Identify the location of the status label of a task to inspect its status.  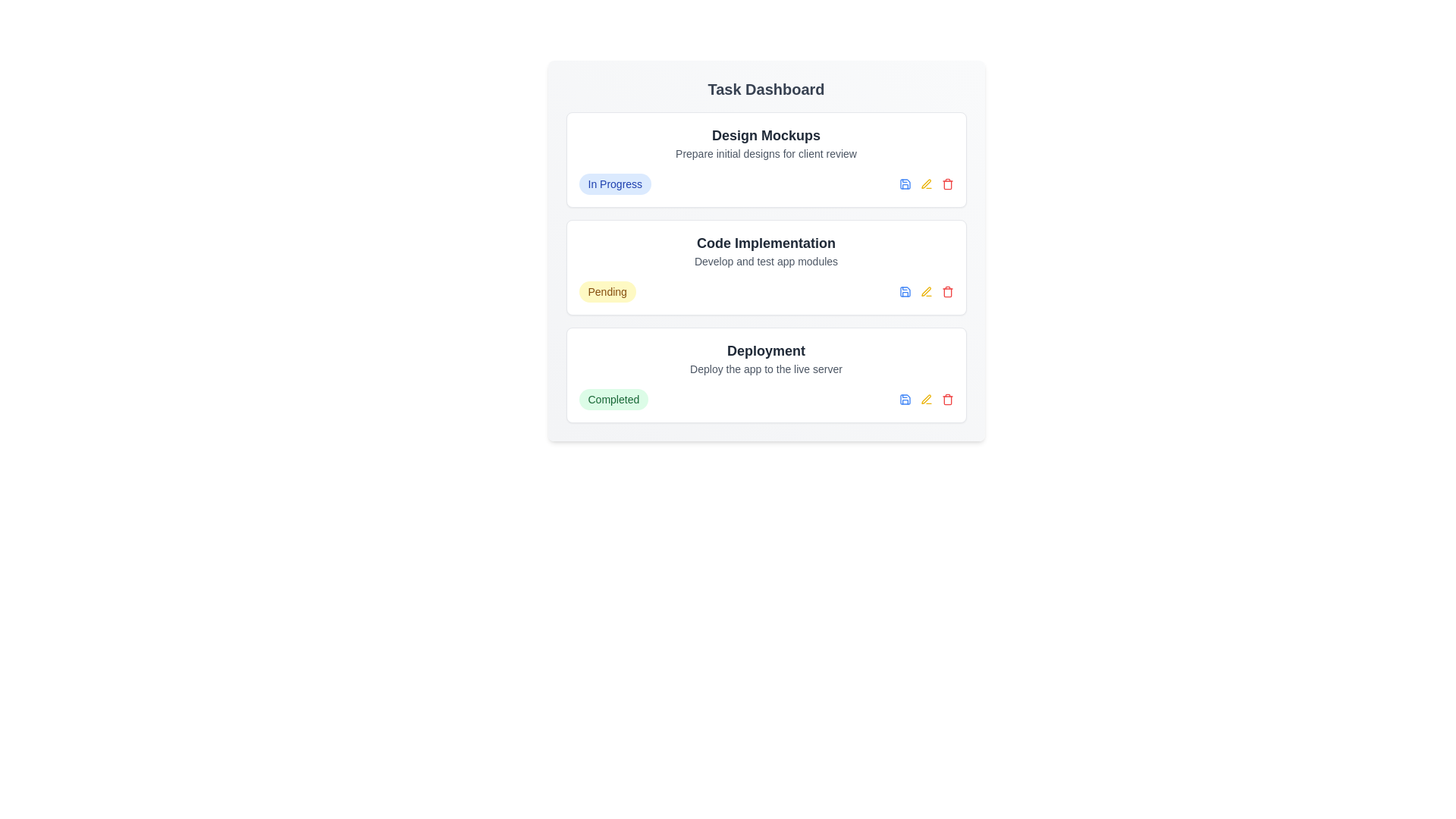
(615, 184).